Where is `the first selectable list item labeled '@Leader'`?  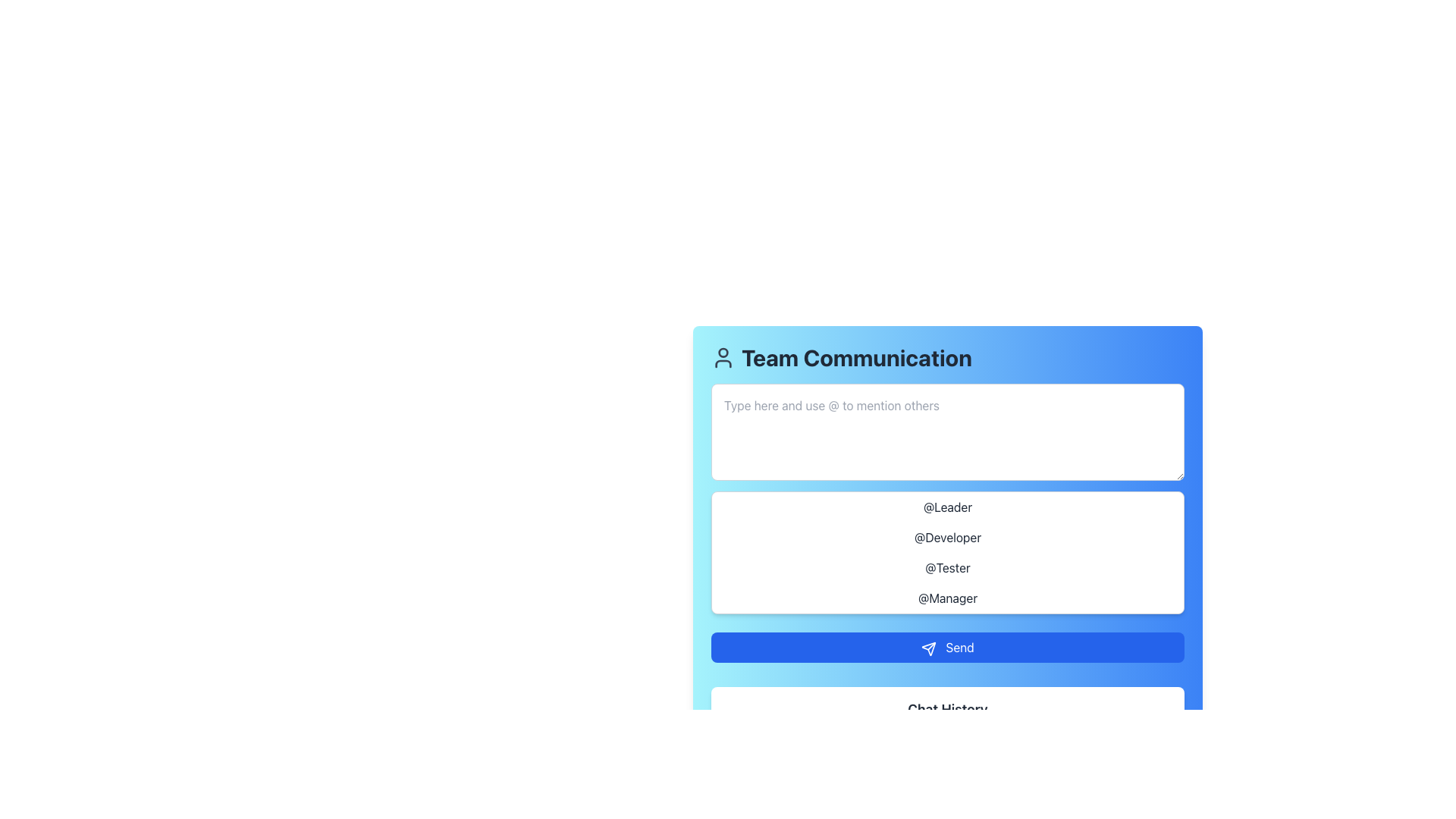
the first selectable list item labeled '@Leader' is located at coordinates (946, 507).